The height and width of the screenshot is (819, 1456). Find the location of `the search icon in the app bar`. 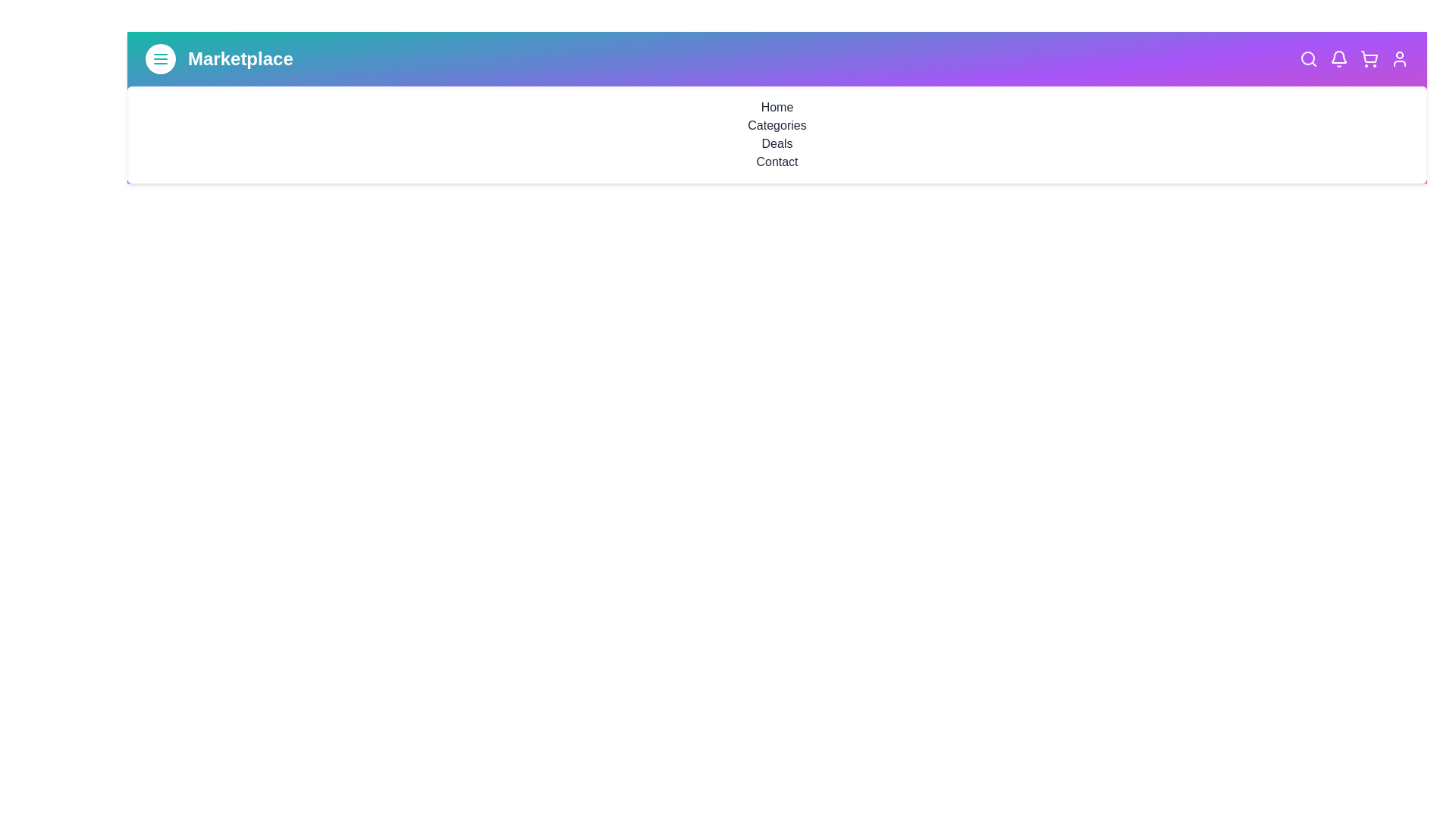

the search icon in the app bar is located at coordinates (1308, 58).